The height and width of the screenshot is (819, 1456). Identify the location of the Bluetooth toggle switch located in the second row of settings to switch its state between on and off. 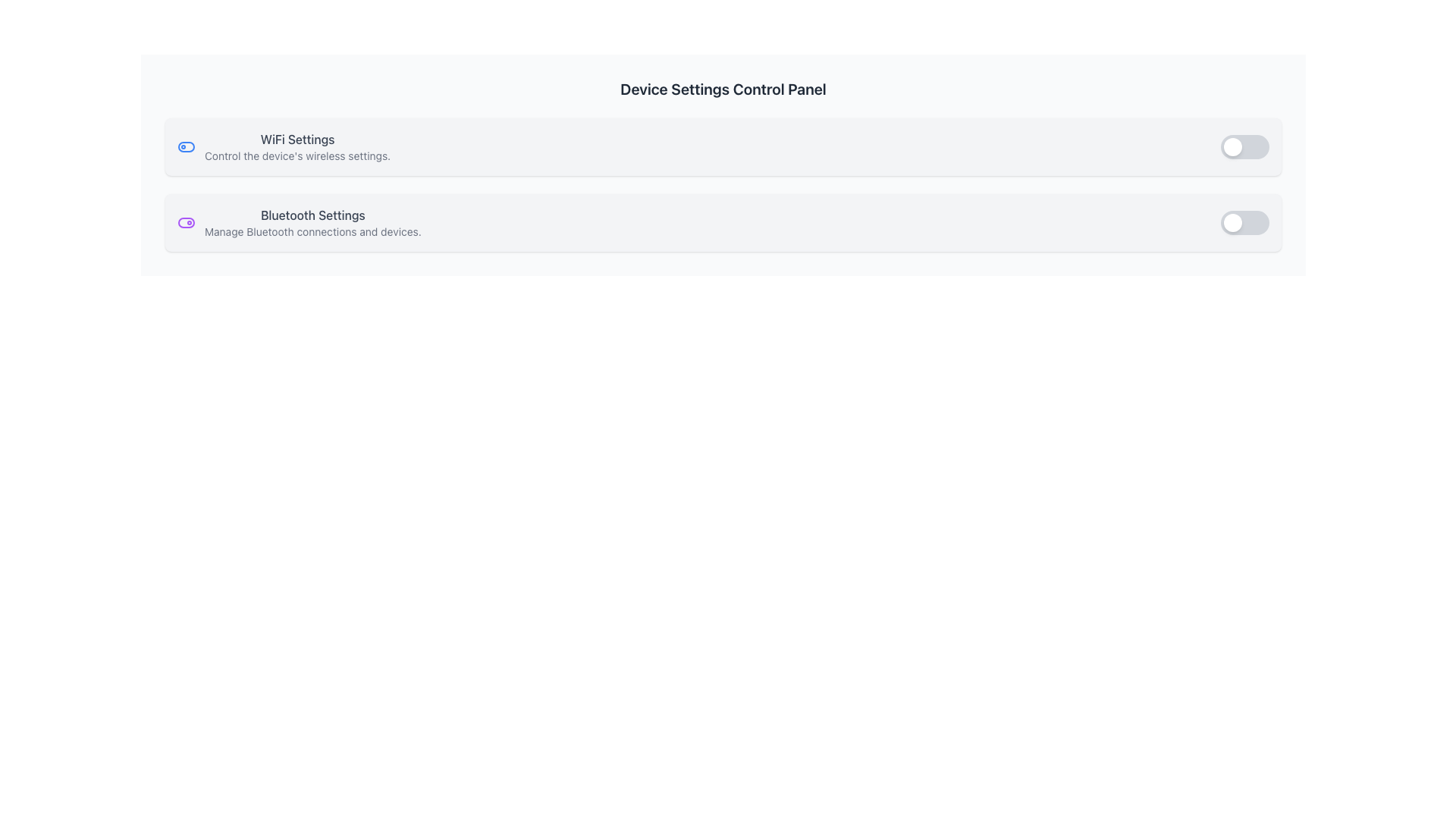
(1244, 222).